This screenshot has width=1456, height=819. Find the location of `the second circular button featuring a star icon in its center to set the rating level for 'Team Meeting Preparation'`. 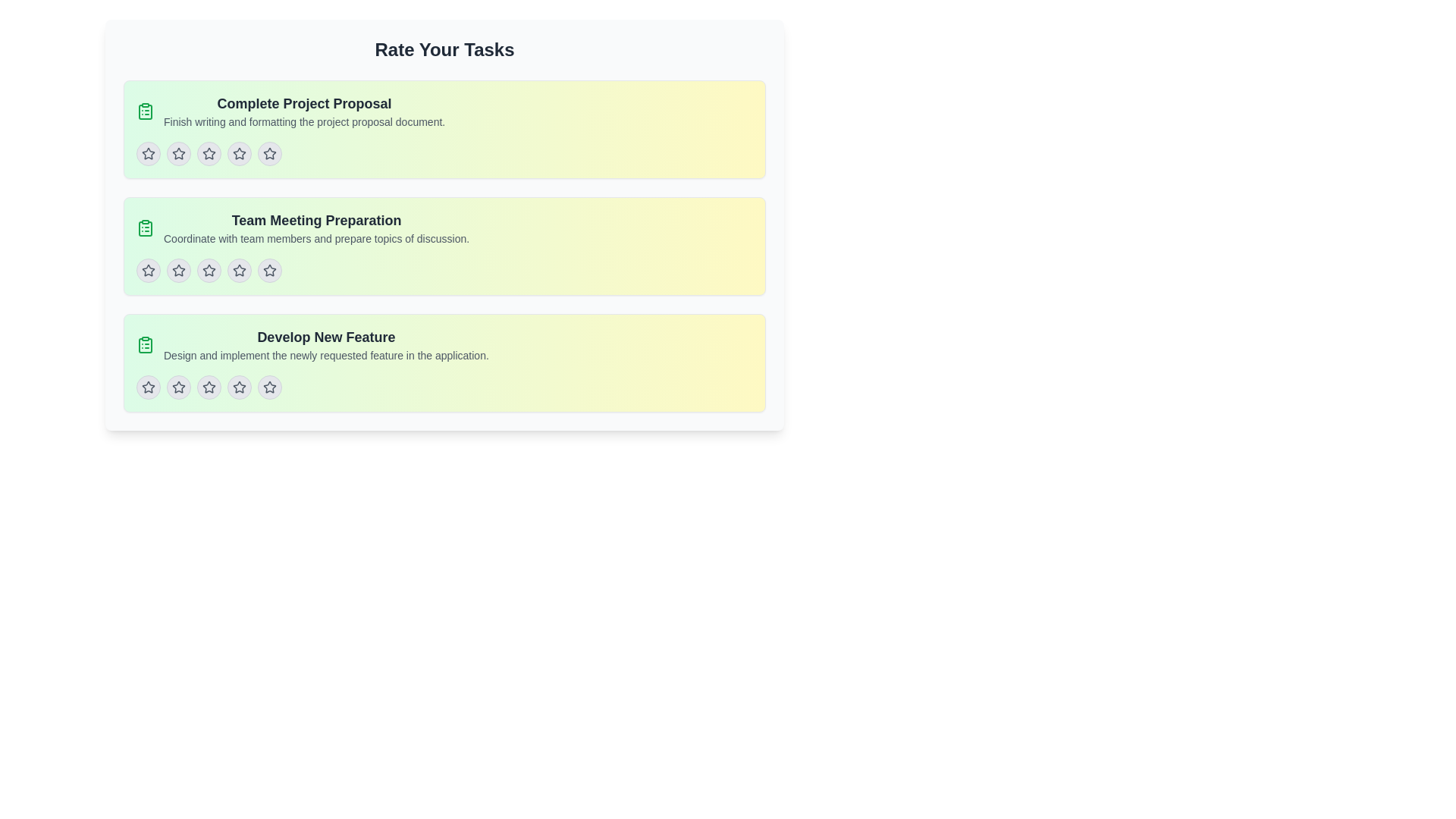

the second circular button featuring a star icon in its center to set the rating level for 'Team Meeting Preparation' is located at coordinates (178, 270).